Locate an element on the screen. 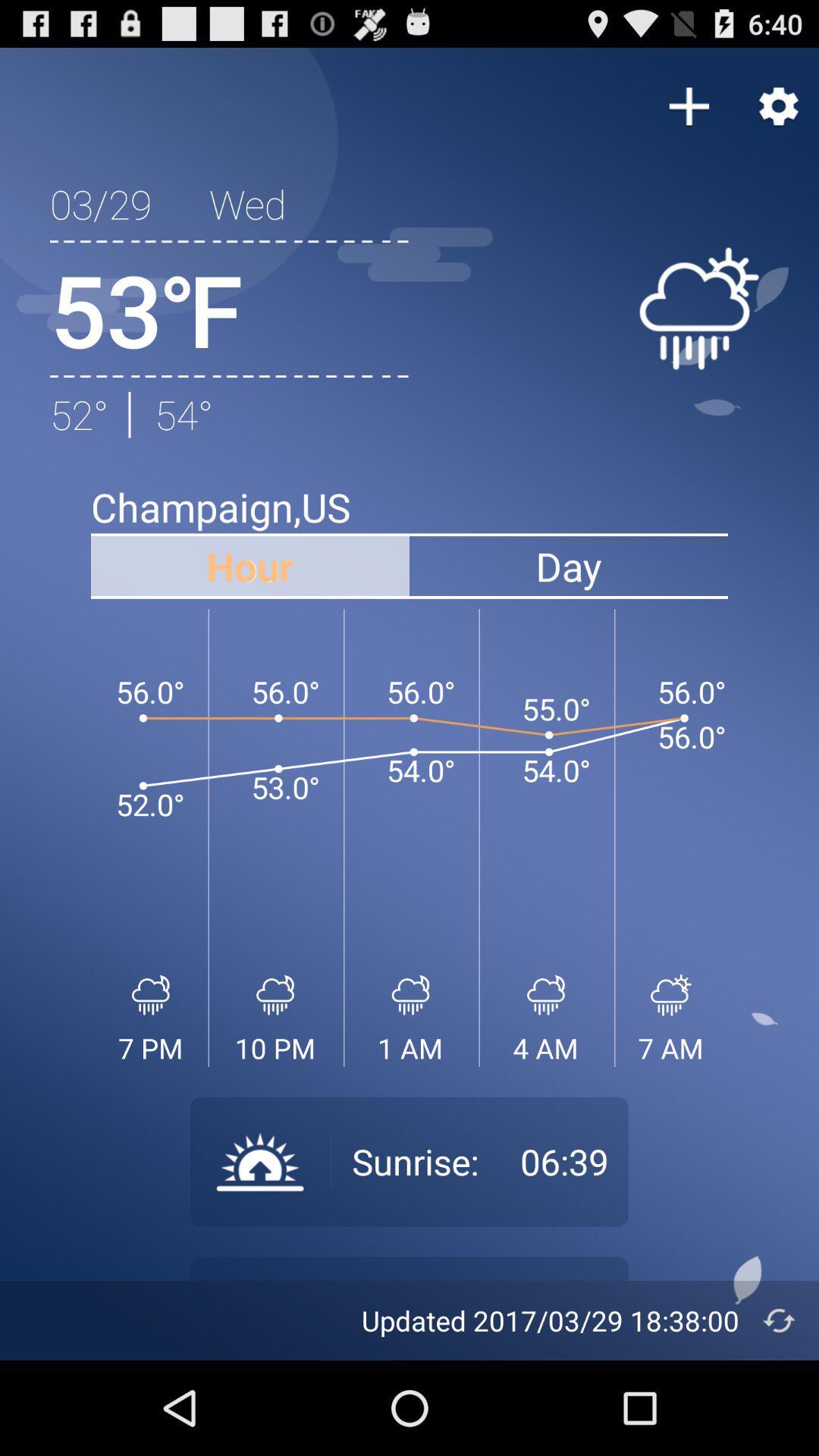 This screenshot has width=819, height=1456. the refresh icon is located at coordinates (779, 1412).